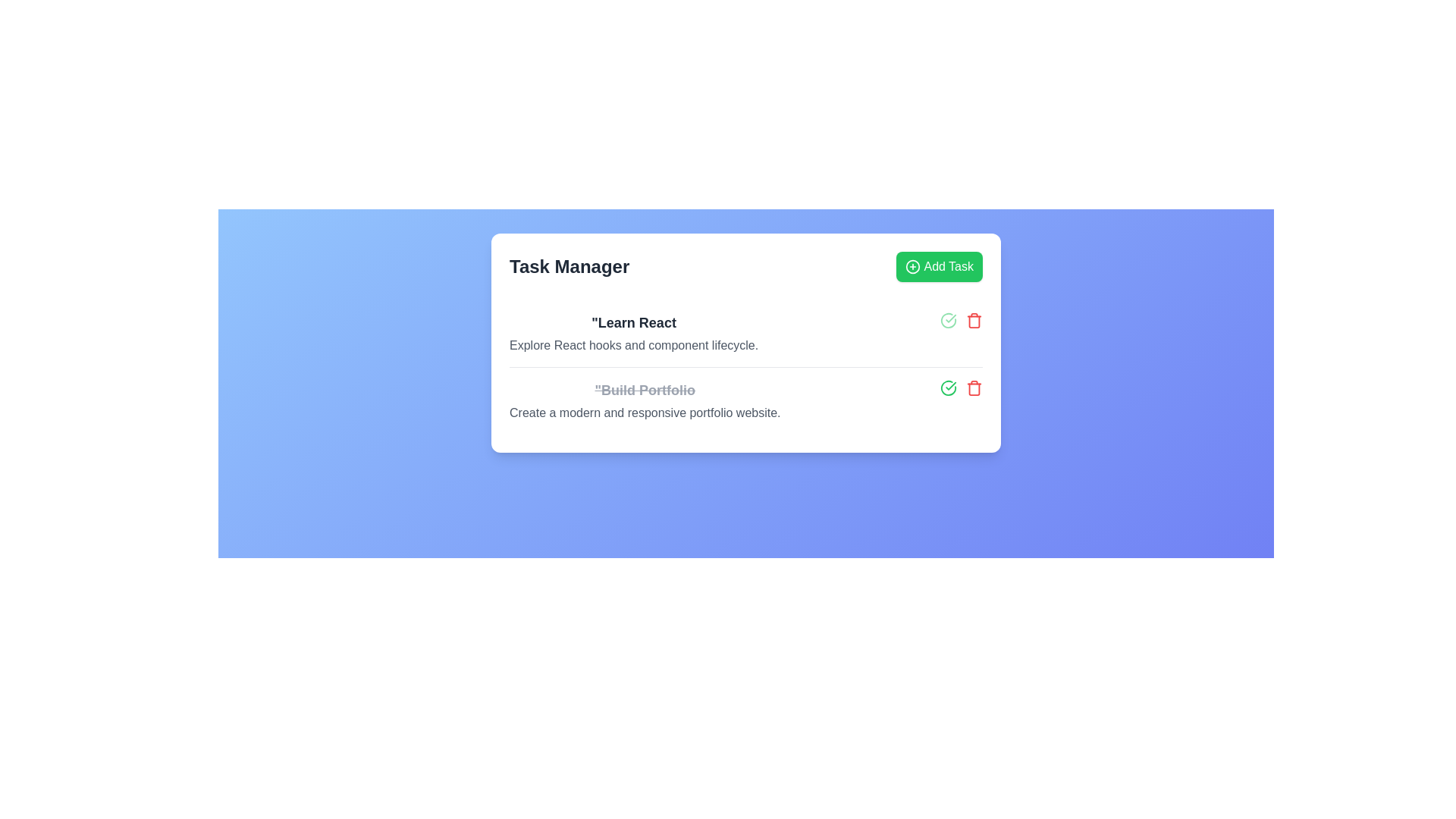  What do you see at coordinates (912, 265) in the screenshot?
I see `the circular '+' icon located to the left of the 'Add Task' label within the green button at the top-right corner of the interface` at bounding box center [912, 265].